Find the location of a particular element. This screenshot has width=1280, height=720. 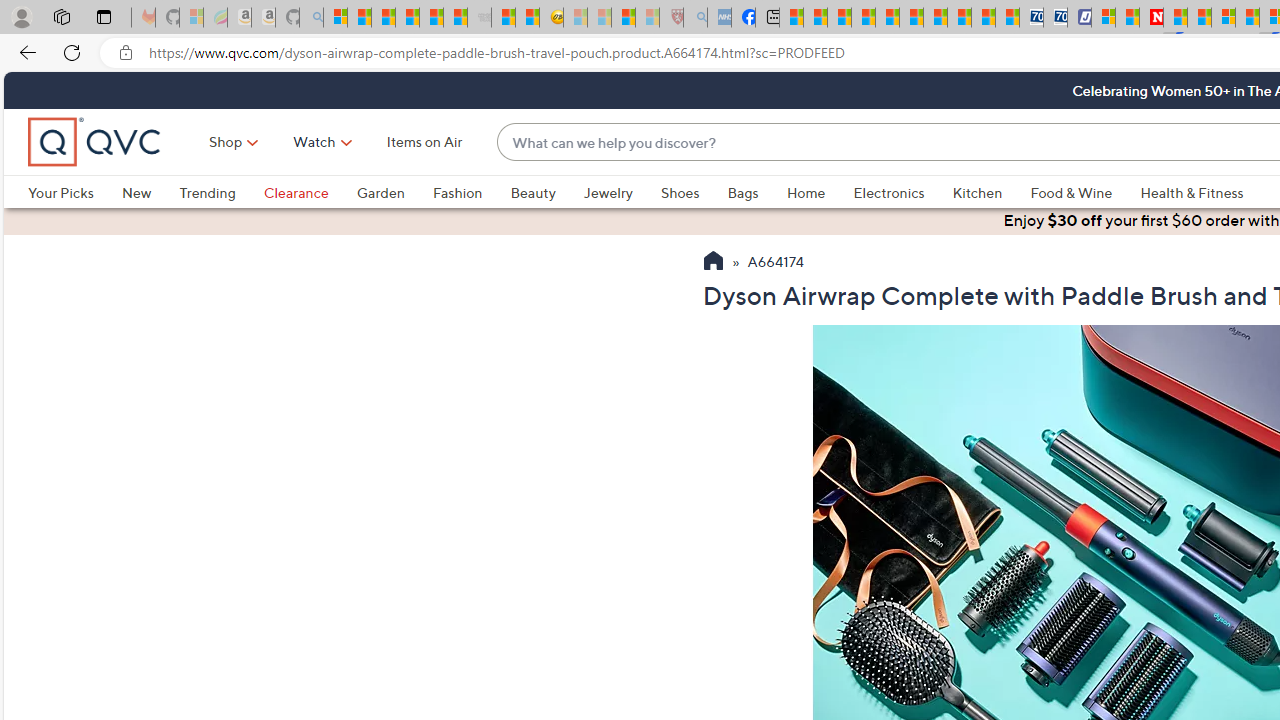

'Kitchen' is located at coordinates (991, 192).